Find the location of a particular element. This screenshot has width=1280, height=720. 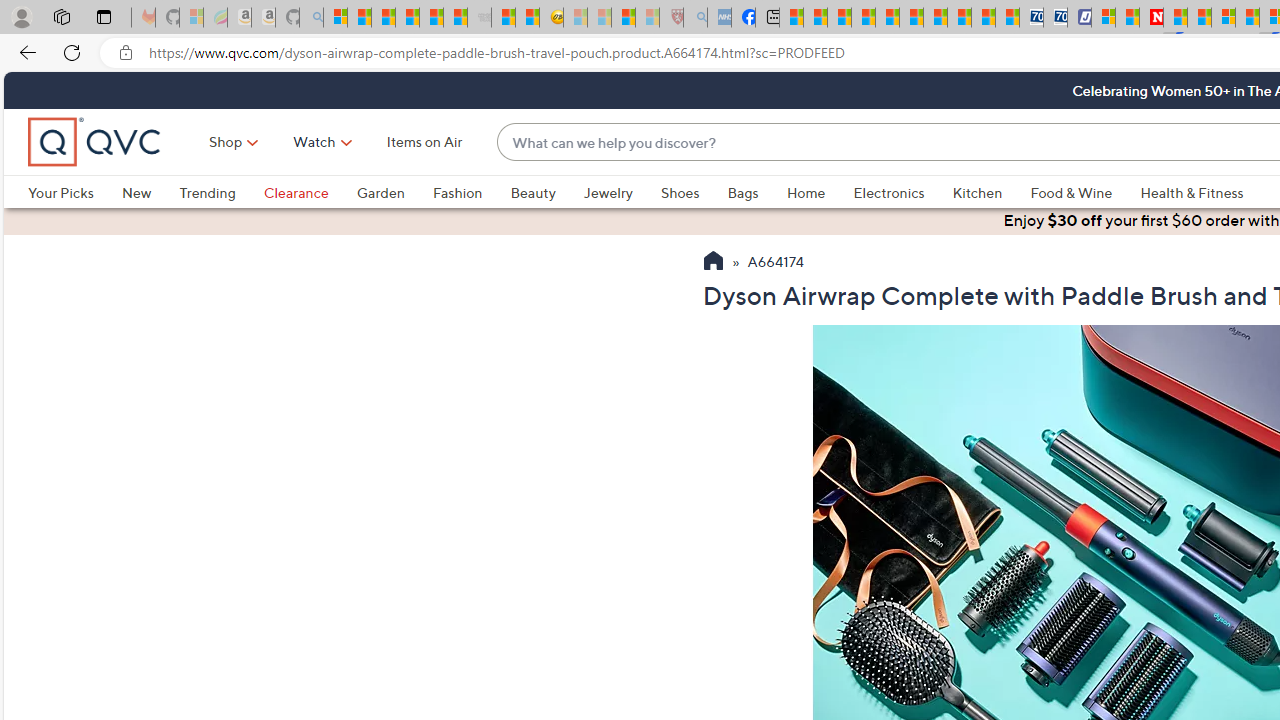

'Kitchen' is located at coordinates (991, 192).